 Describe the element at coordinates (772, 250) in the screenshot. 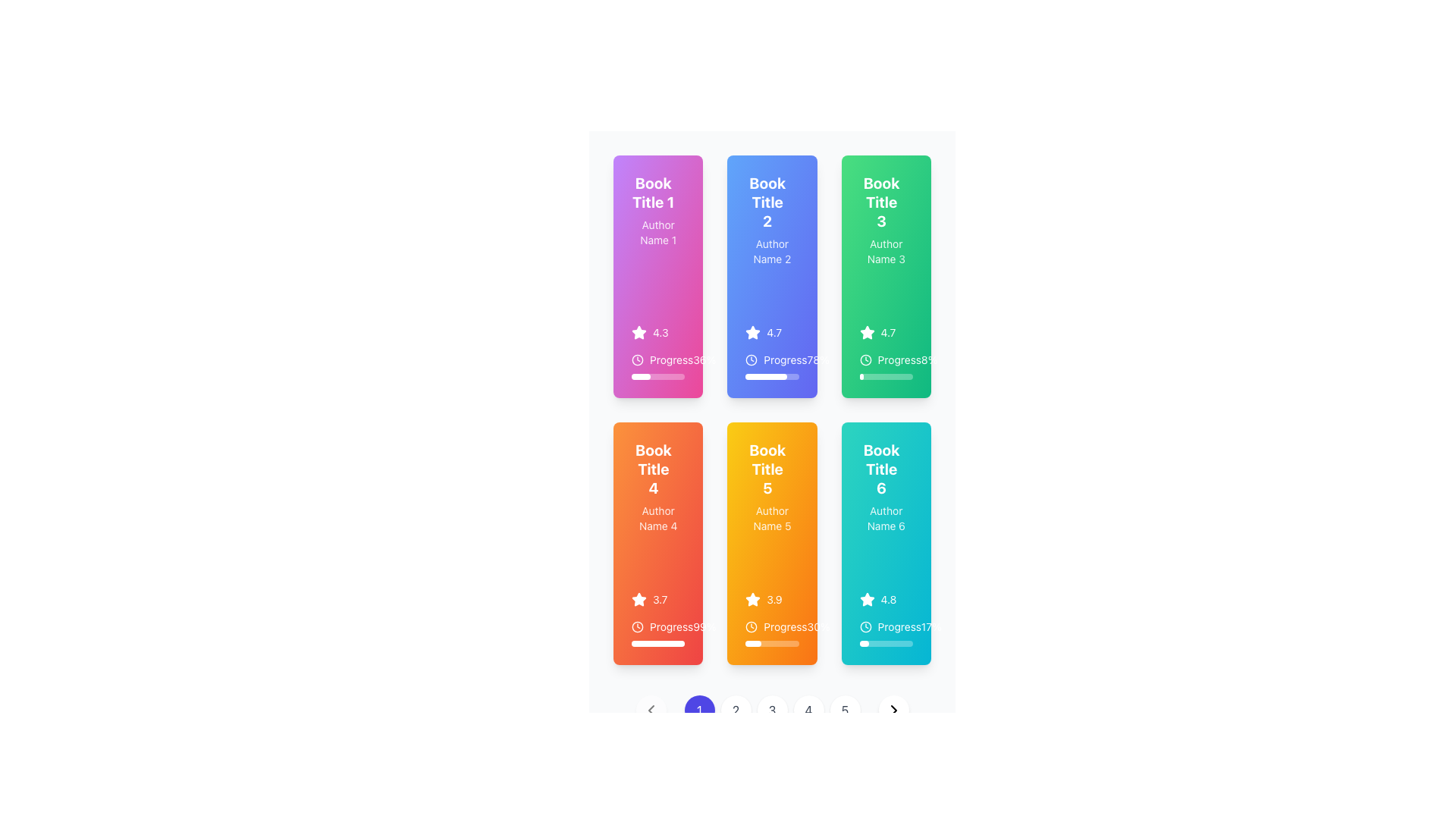

I see `the text label displaying the author's name associated with 'Book Title 2' on the blue card, located at the specified center coordinates` at that location.